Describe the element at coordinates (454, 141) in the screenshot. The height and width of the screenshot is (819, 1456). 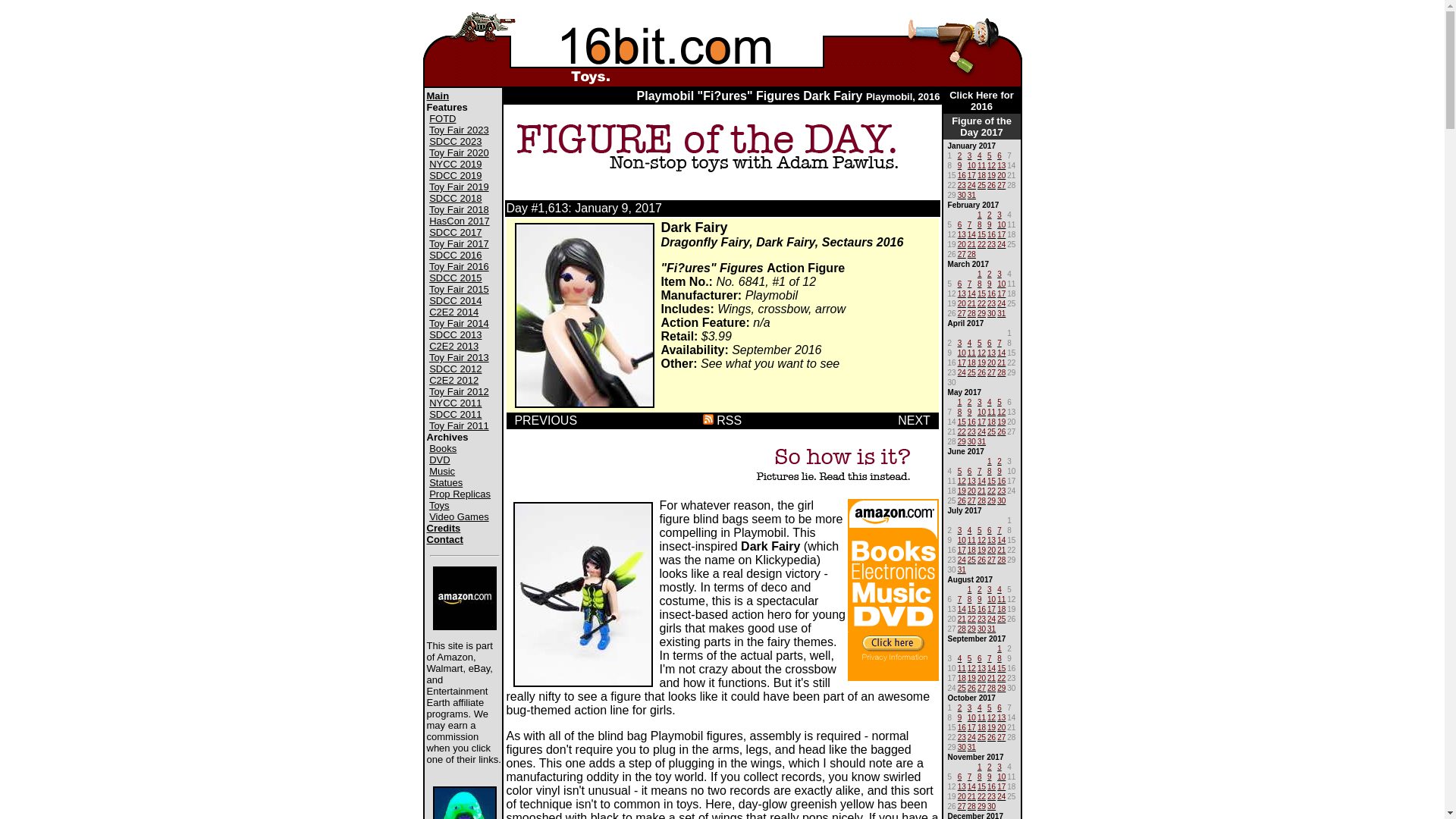
I see `'SDCC 2023'` at that location.